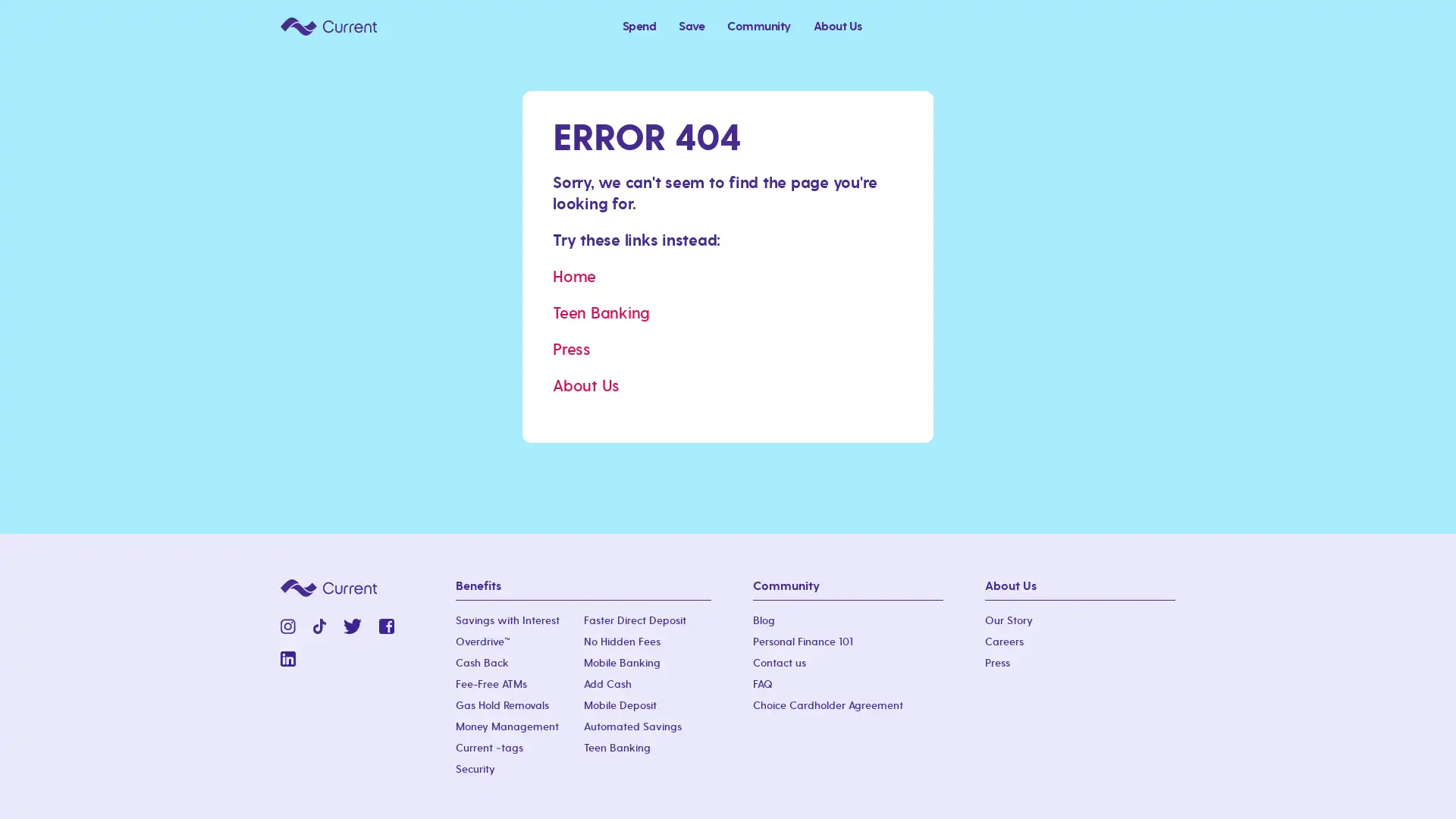 The width and height of the screenshot is (1456, 819). I want to click on Add Cash, so click(607, 684).